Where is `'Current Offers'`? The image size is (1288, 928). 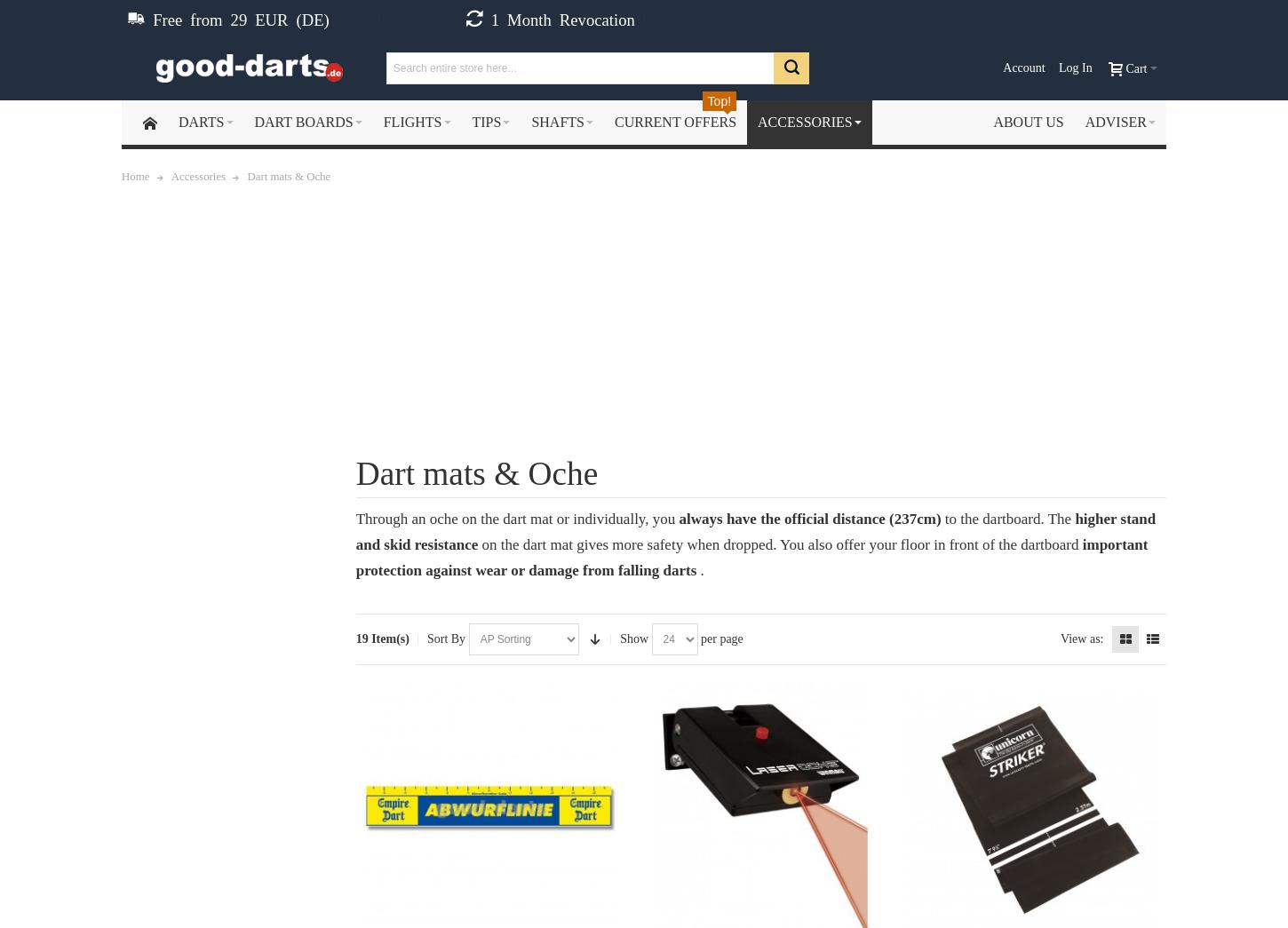 'Current Offers' is located at coordinates (674, 121).